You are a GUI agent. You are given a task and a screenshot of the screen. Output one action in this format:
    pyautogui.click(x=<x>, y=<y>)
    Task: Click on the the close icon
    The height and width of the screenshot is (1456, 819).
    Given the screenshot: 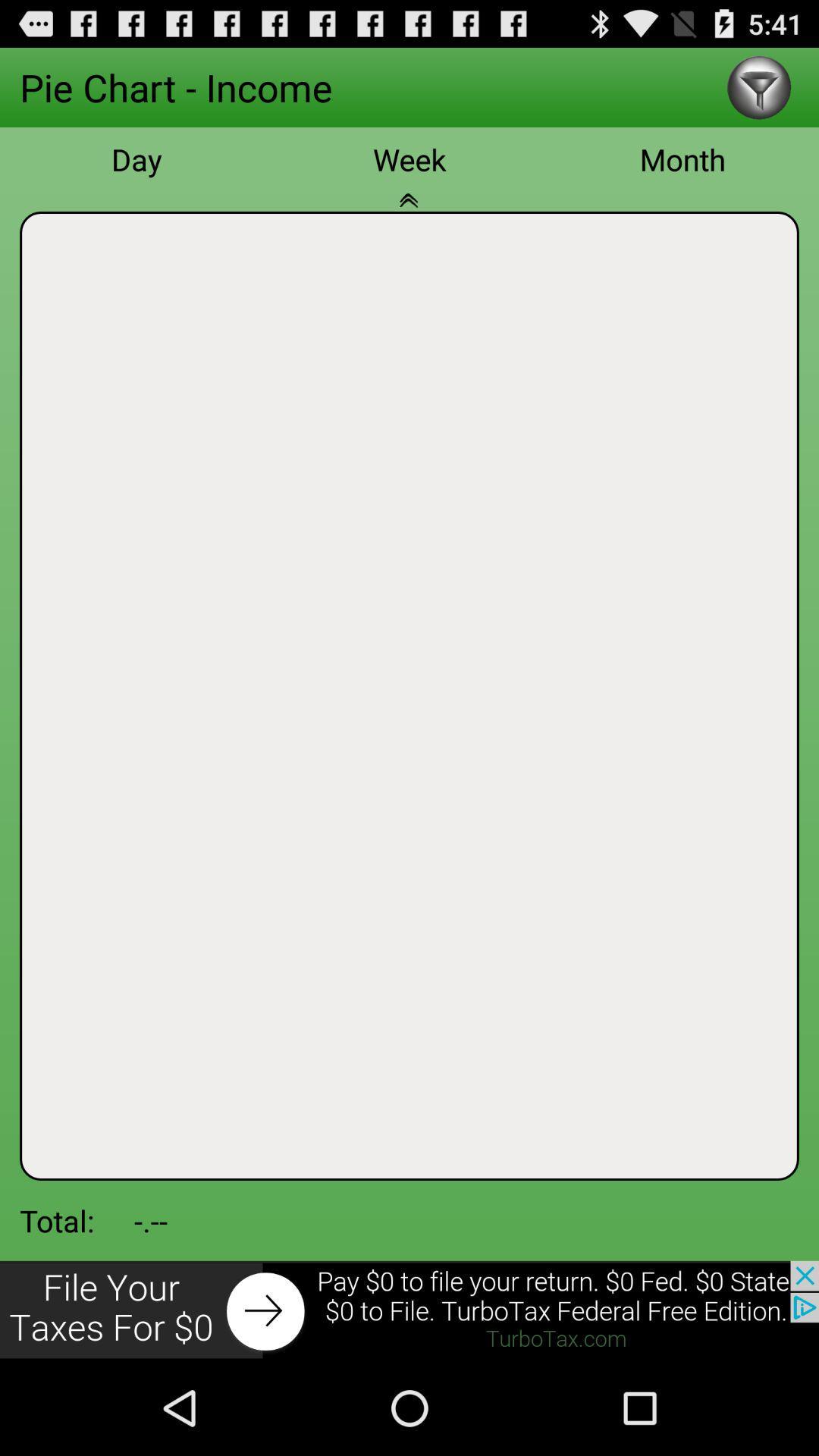 What is the action you would take?
    pyautogui.click(x=409, y=223)
    